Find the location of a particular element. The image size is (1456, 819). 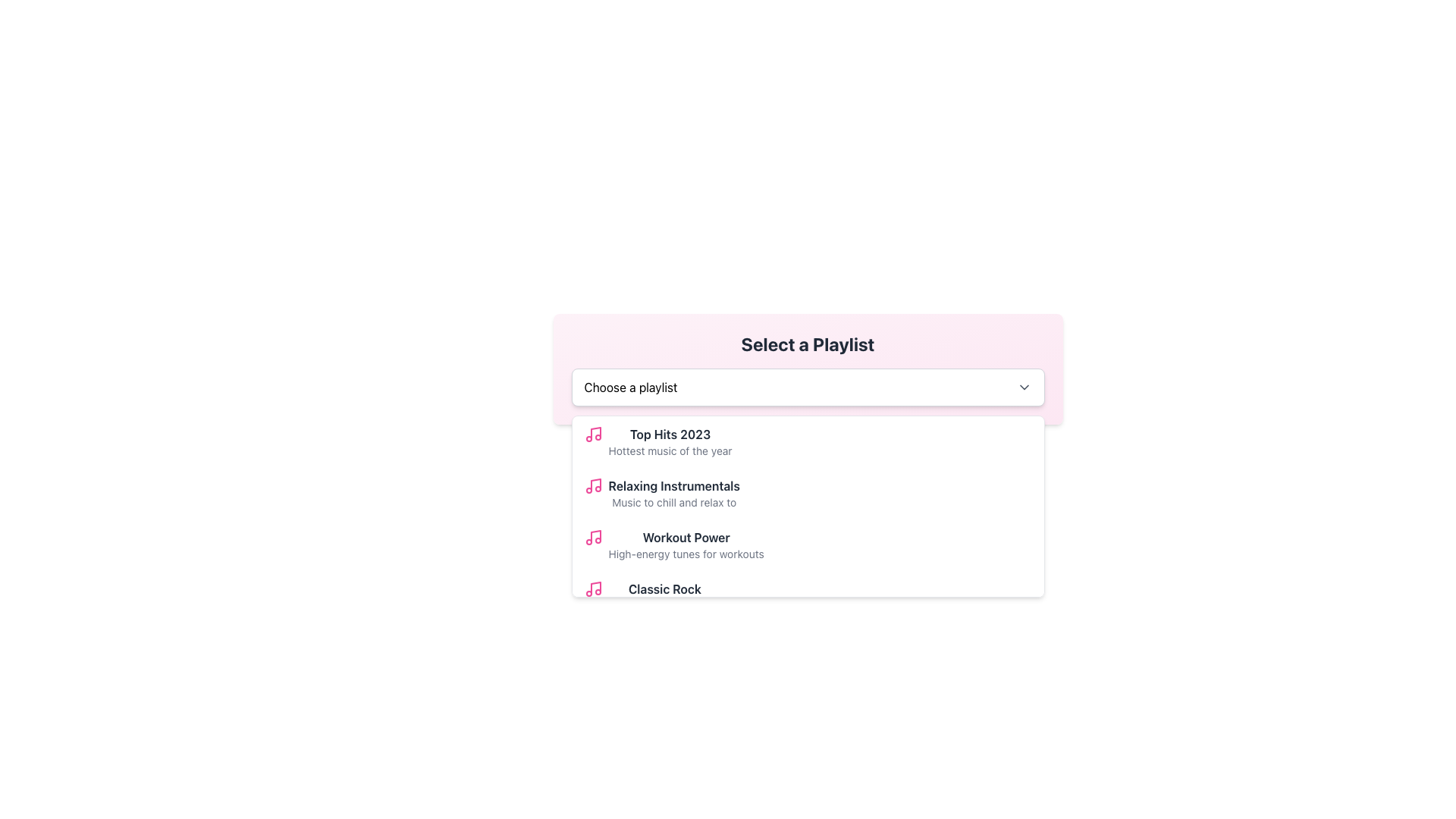

description of the static text label located below the 'Workout Power' title in the dropdown menu is located at coordinates (686, 554).